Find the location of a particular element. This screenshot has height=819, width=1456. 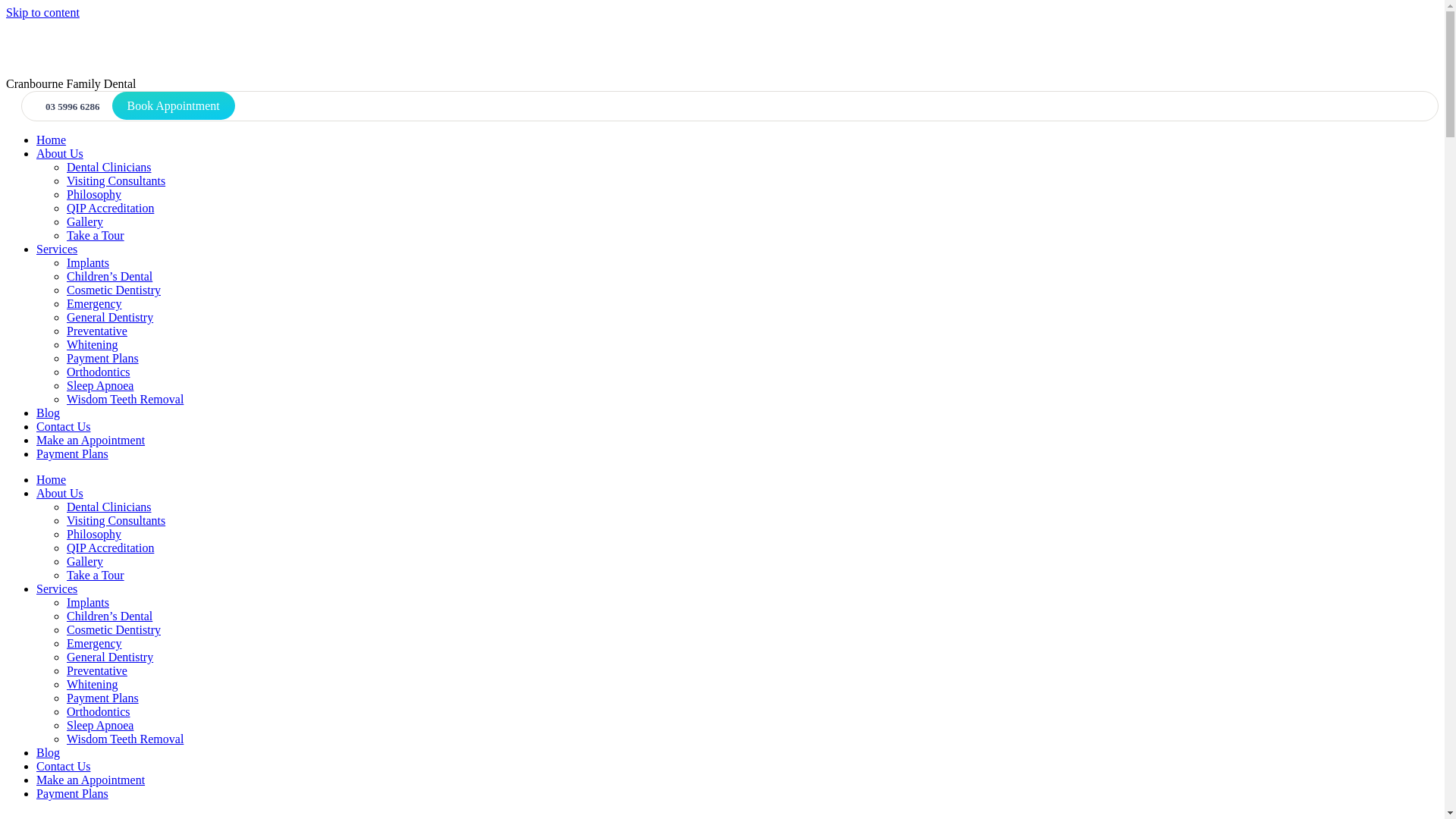

'Whitening' is located at coordinates (91, 684).